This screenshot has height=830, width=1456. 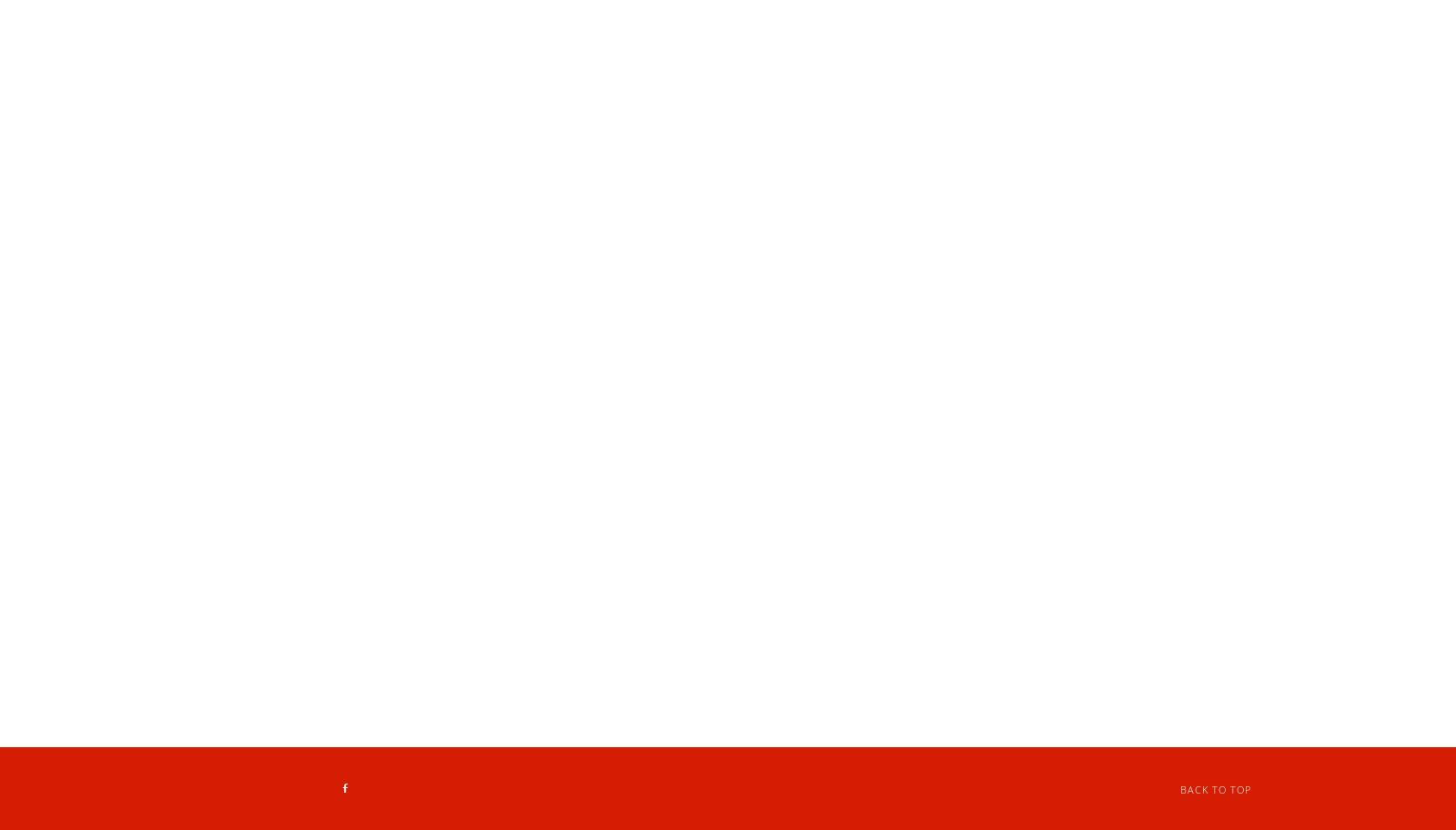 I want to click on '-15 pieces for $19.75', so click(x=498, y=225).